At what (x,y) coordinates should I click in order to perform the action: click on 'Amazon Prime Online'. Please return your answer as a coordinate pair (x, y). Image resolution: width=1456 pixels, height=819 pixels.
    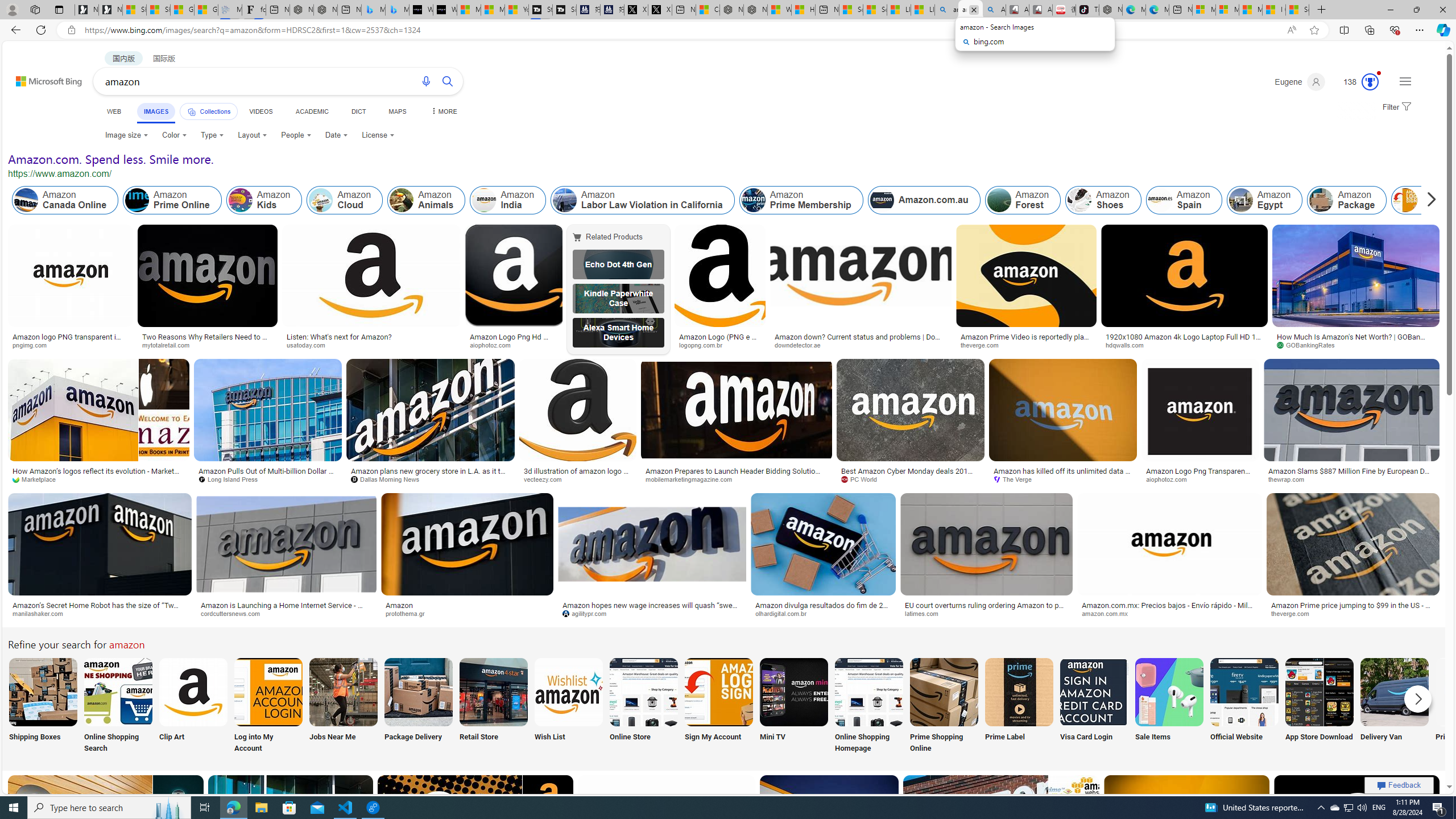
    Looking at the image, I should click on (172, 200).